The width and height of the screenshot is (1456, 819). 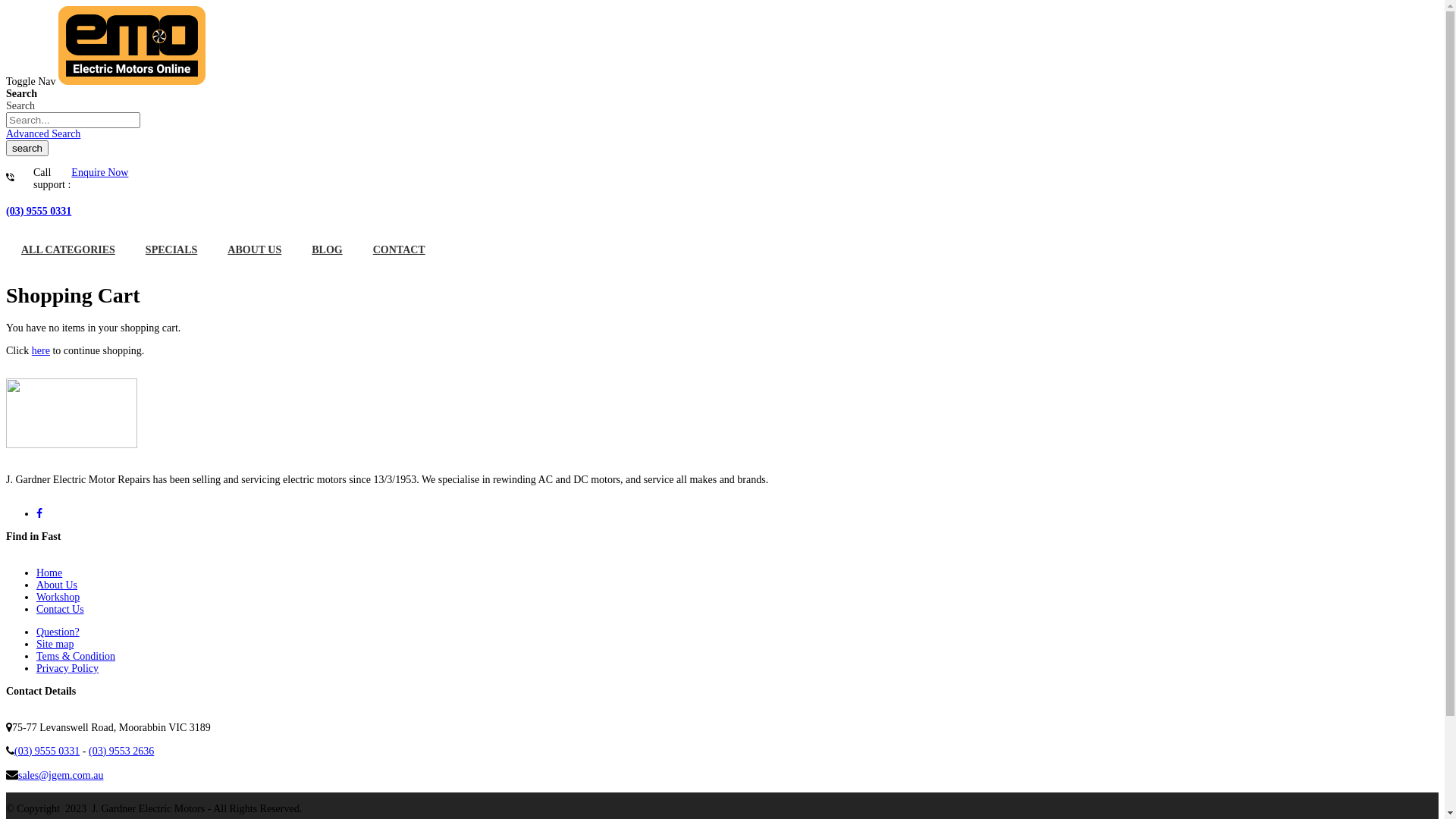 What do you see at coordinates (40, 350) in the screenshot?
I see `'here'` at bounding box center [40, 350].